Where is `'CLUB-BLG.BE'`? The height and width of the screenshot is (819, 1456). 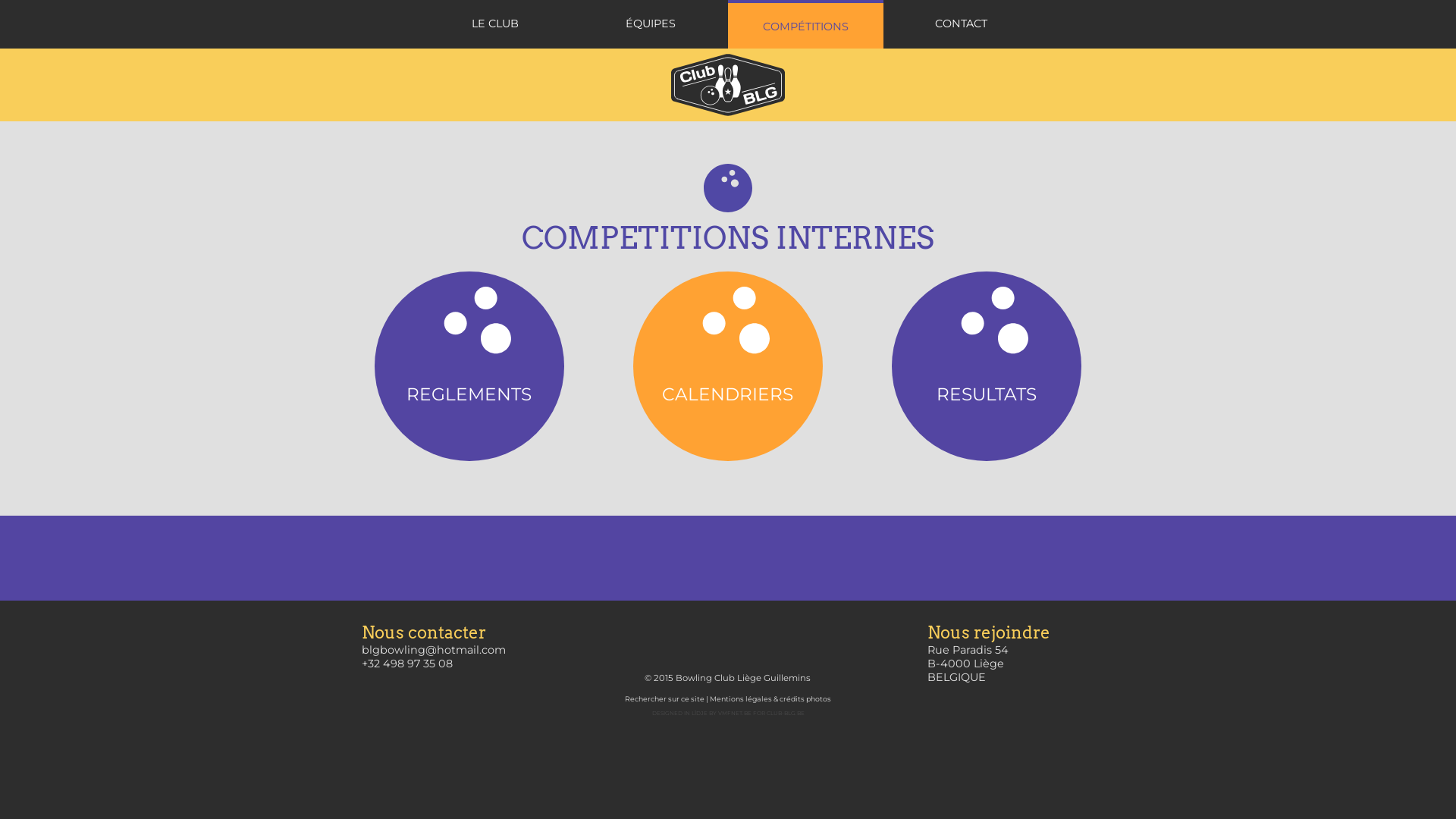 'CLUB-BLG.BE' is located at coordinates (785, 713).